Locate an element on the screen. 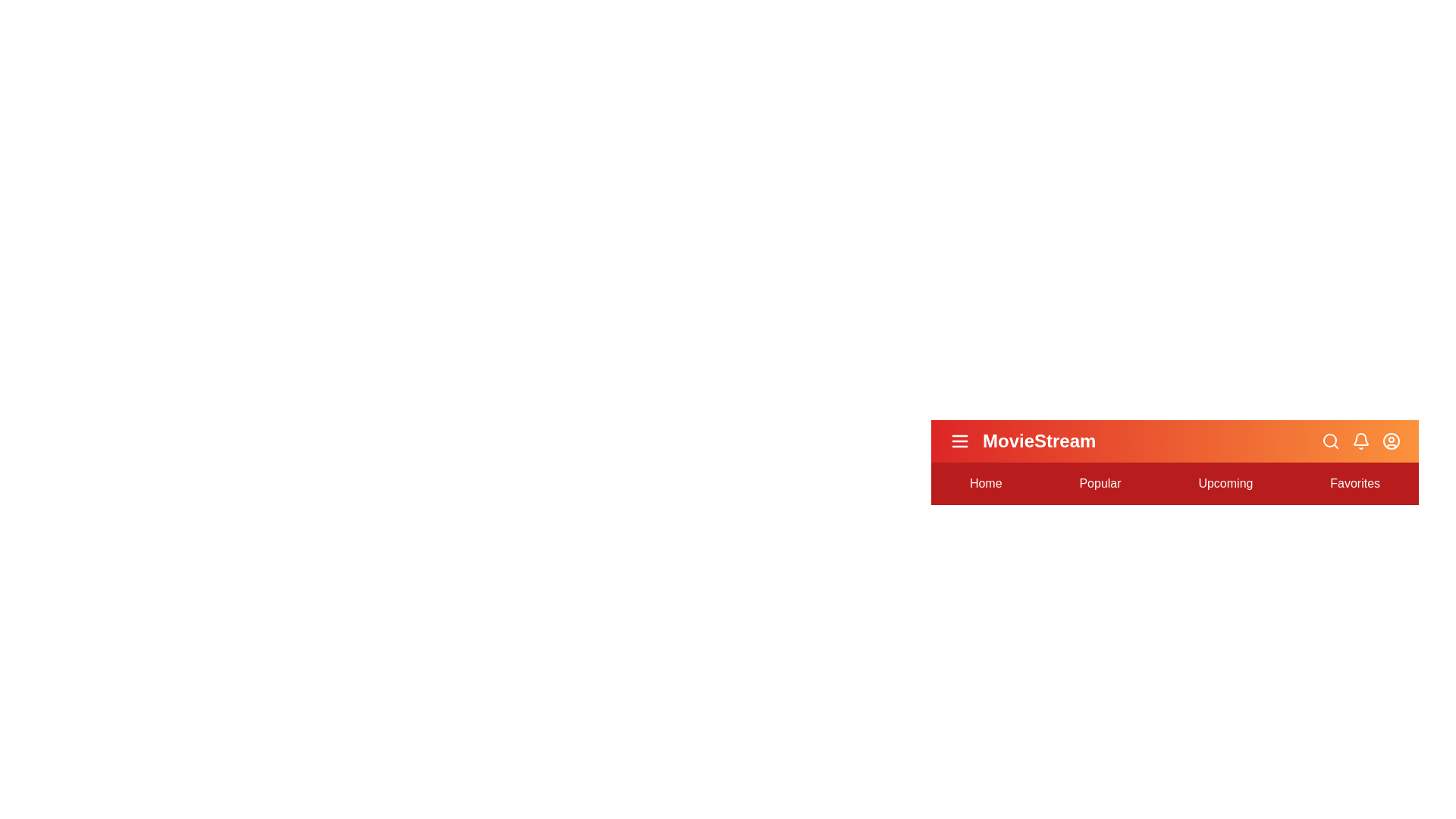  the navigation option Favorites to highlight it is located at coordinates (1354, 483).